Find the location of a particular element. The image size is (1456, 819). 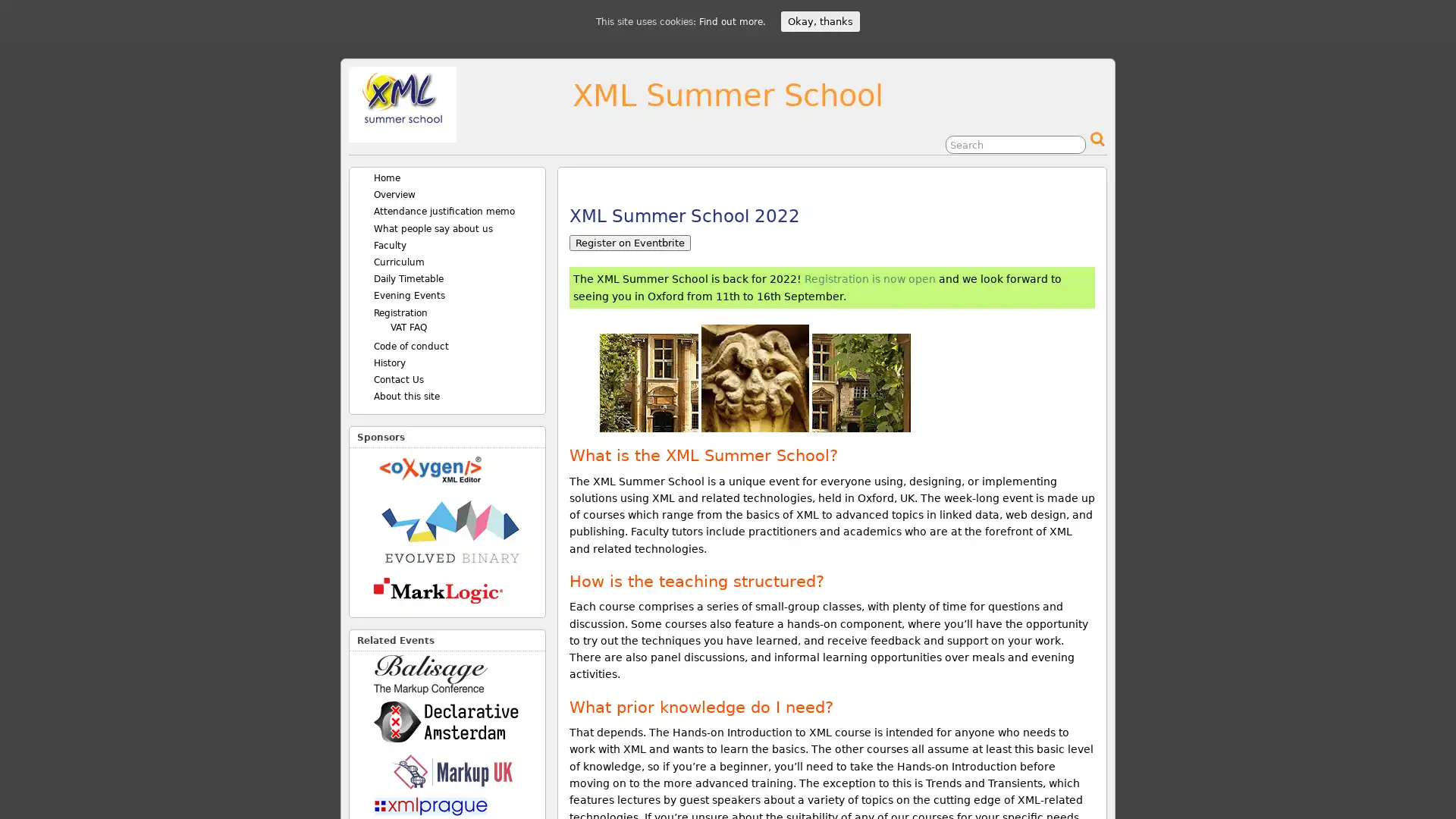

Register on Eventbrite is located at coordinates (629, 242).